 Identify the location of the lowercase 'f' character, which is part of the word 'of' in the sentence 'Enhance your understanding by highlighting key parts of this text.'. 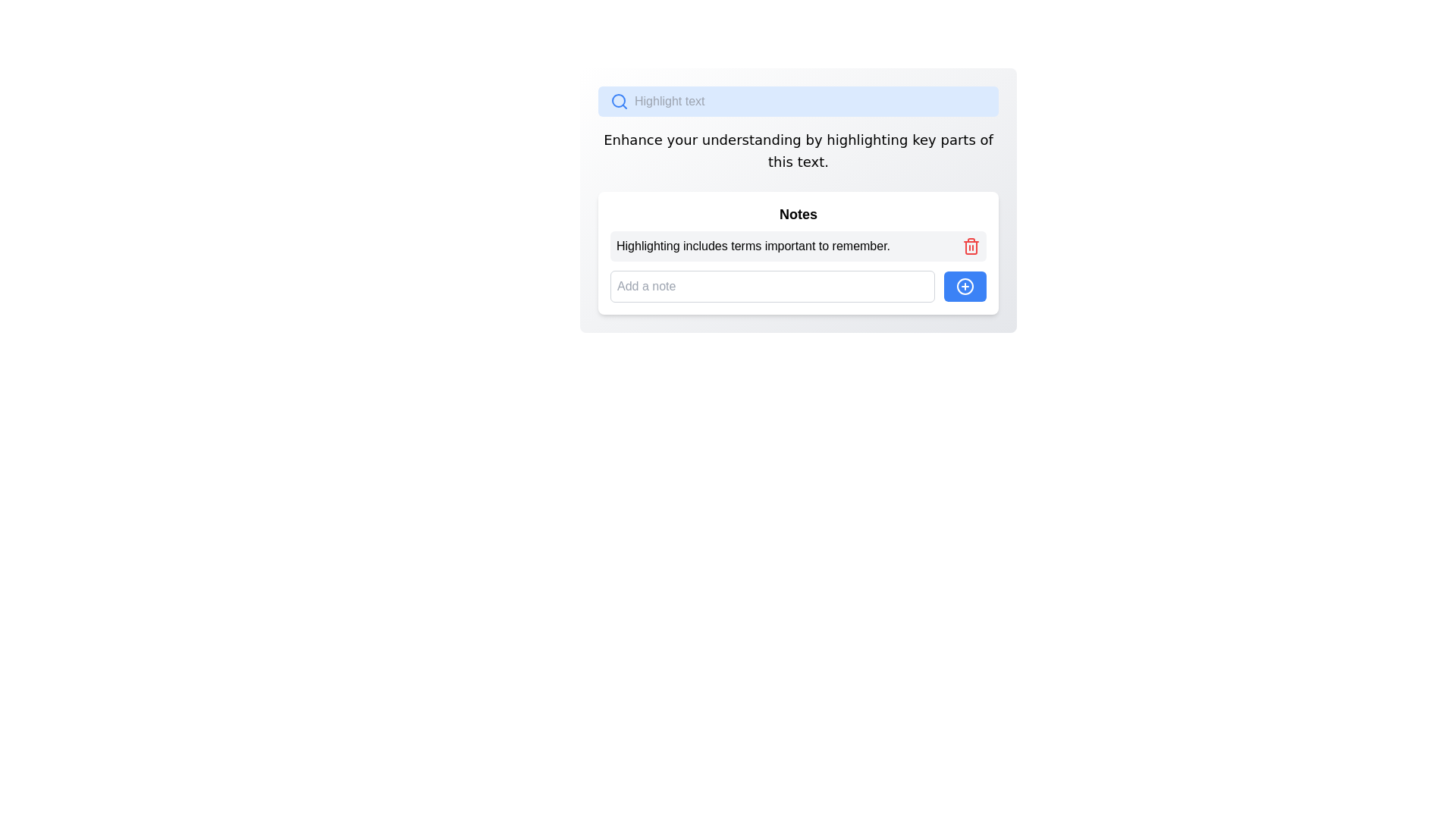
(990, 140).